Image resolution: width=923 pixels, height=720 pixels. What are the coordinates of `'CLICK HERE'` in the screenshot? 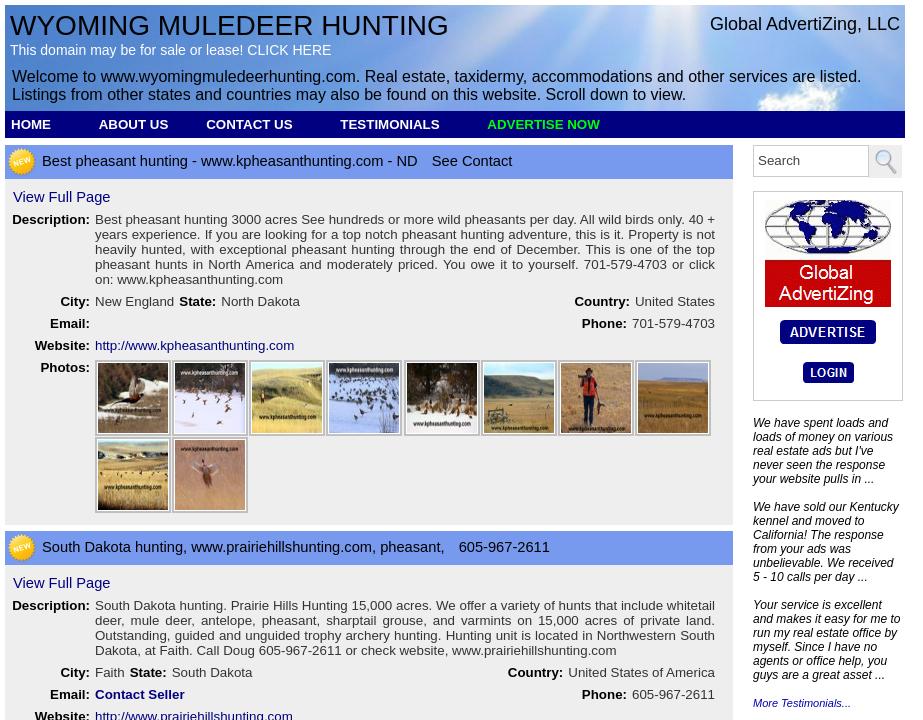 It's located at (288, 48).